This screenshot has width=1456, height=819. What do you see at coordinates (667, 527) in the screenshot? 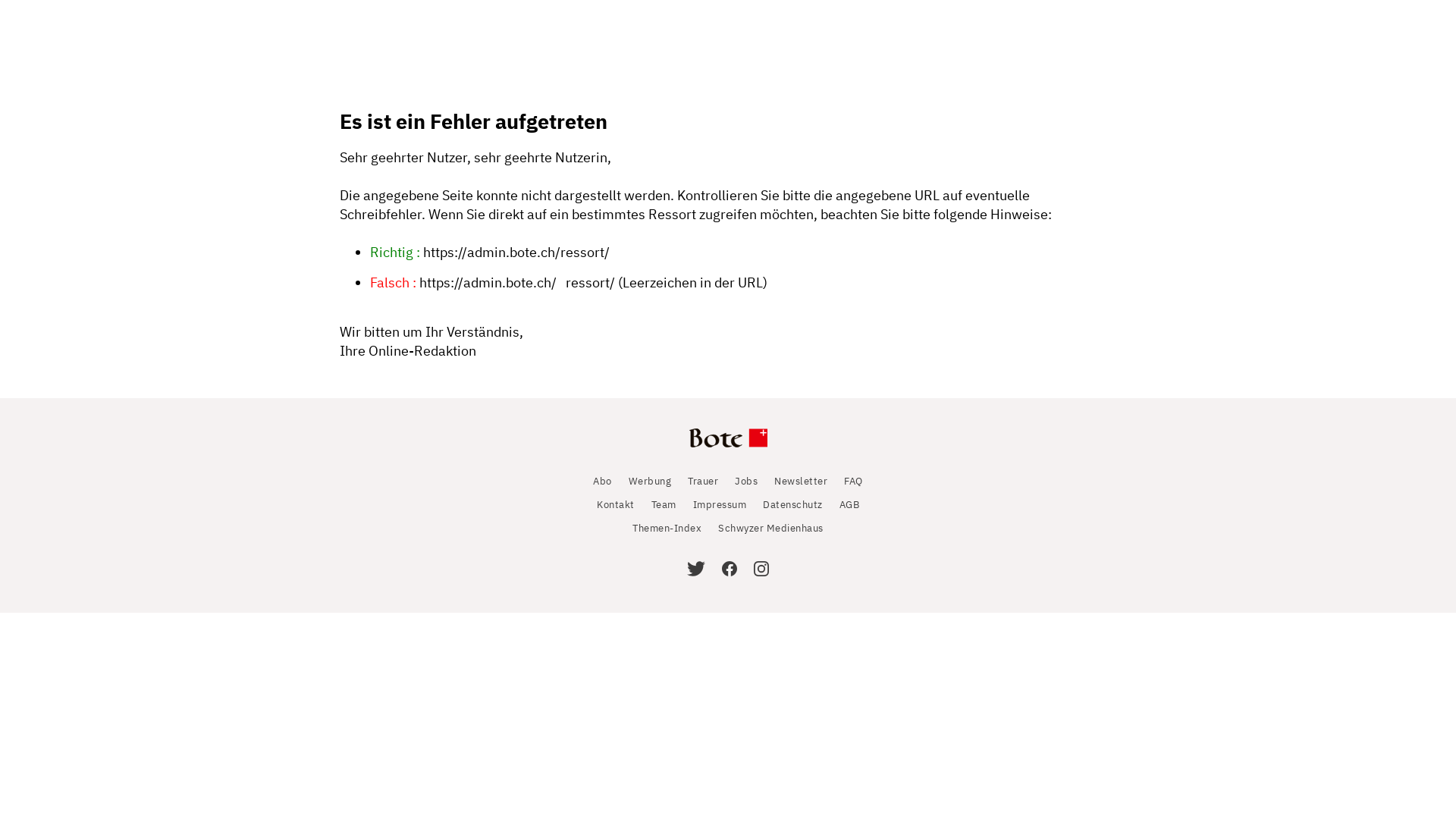
I see `'Themen-Index'` at bounding box center [667, 527].